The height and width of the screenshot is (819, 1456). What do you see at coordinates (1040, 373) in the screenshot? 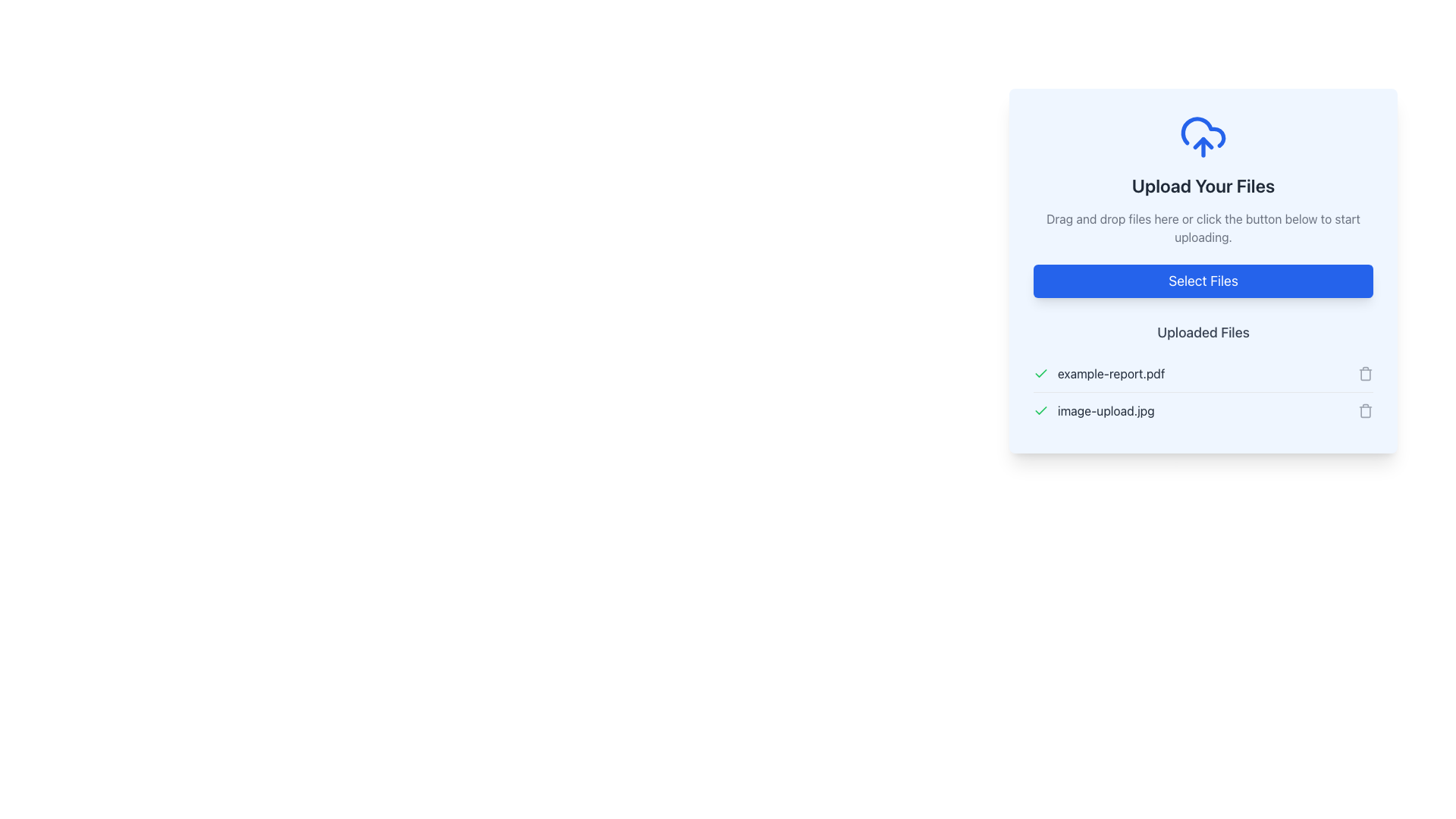
I see `the green checkmark symbol indicating success, located beside the 'image-upload.jpg' label in the 'Uploaded Files' section` at bounding box center [1040, 373].